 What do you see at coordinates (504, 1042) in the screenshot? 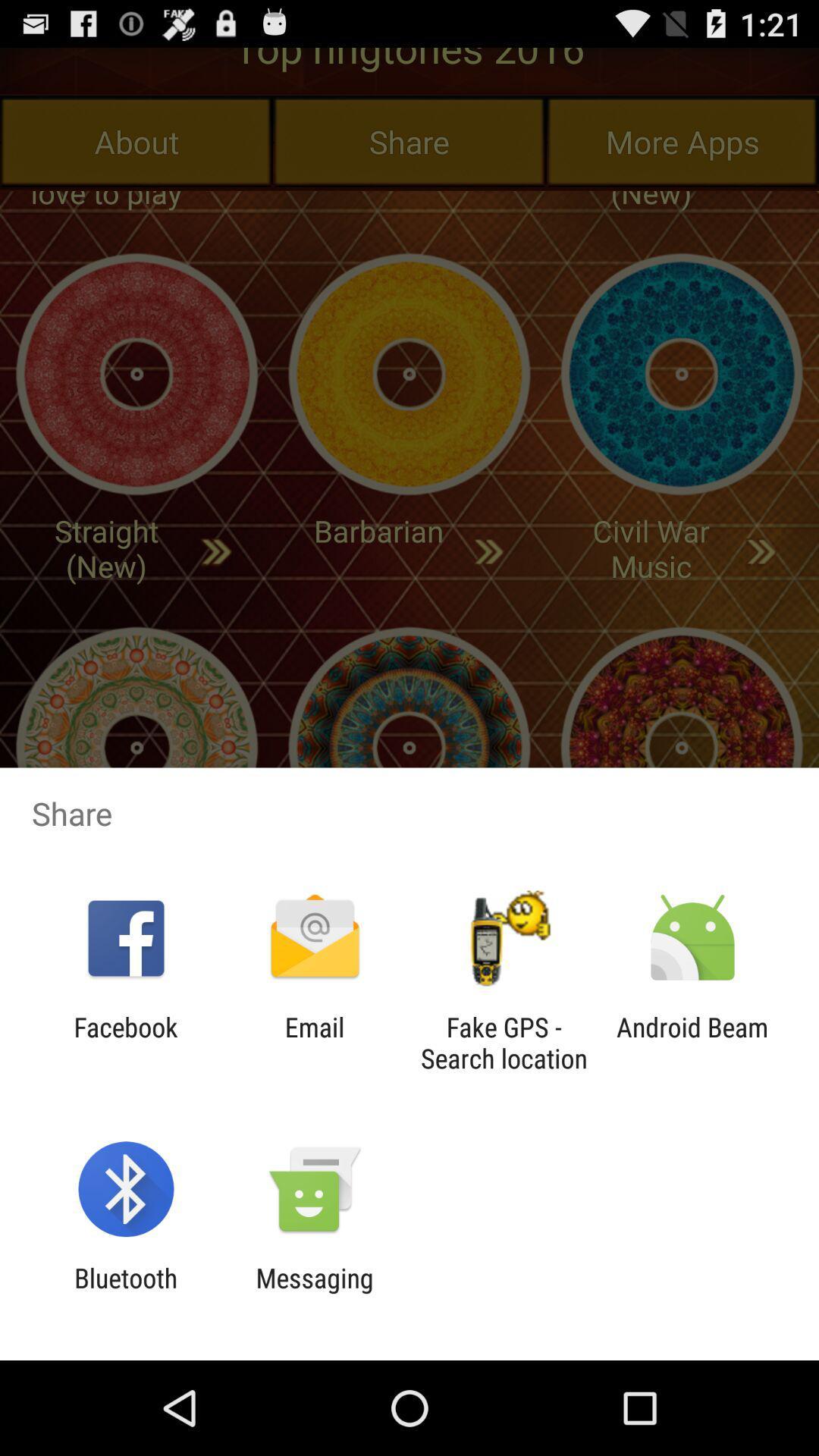
I see `fake gps search item` at bounding box center [504, 1042].